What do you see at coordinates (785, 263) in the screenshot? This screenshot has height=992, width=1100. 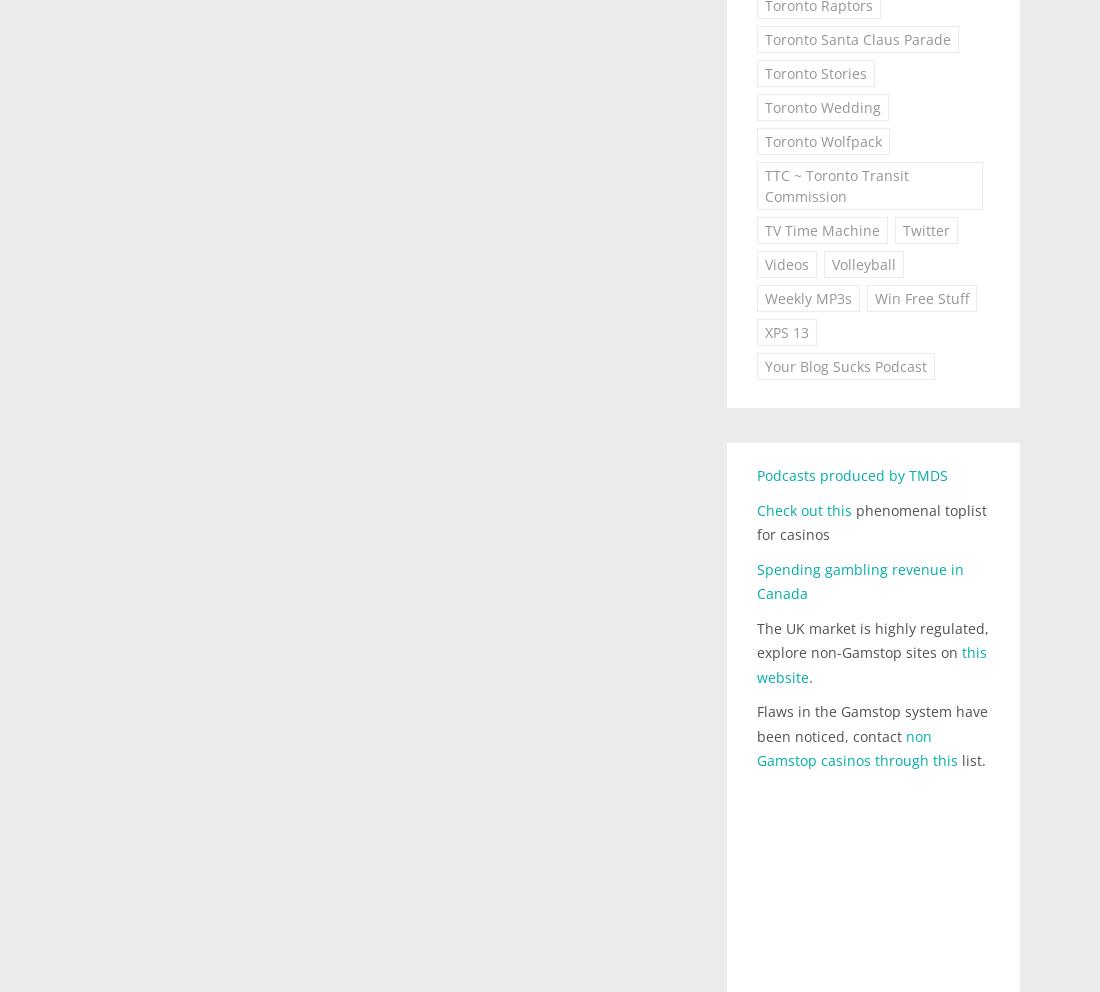 I see `'Videos'` at bounding box center [785, 263].